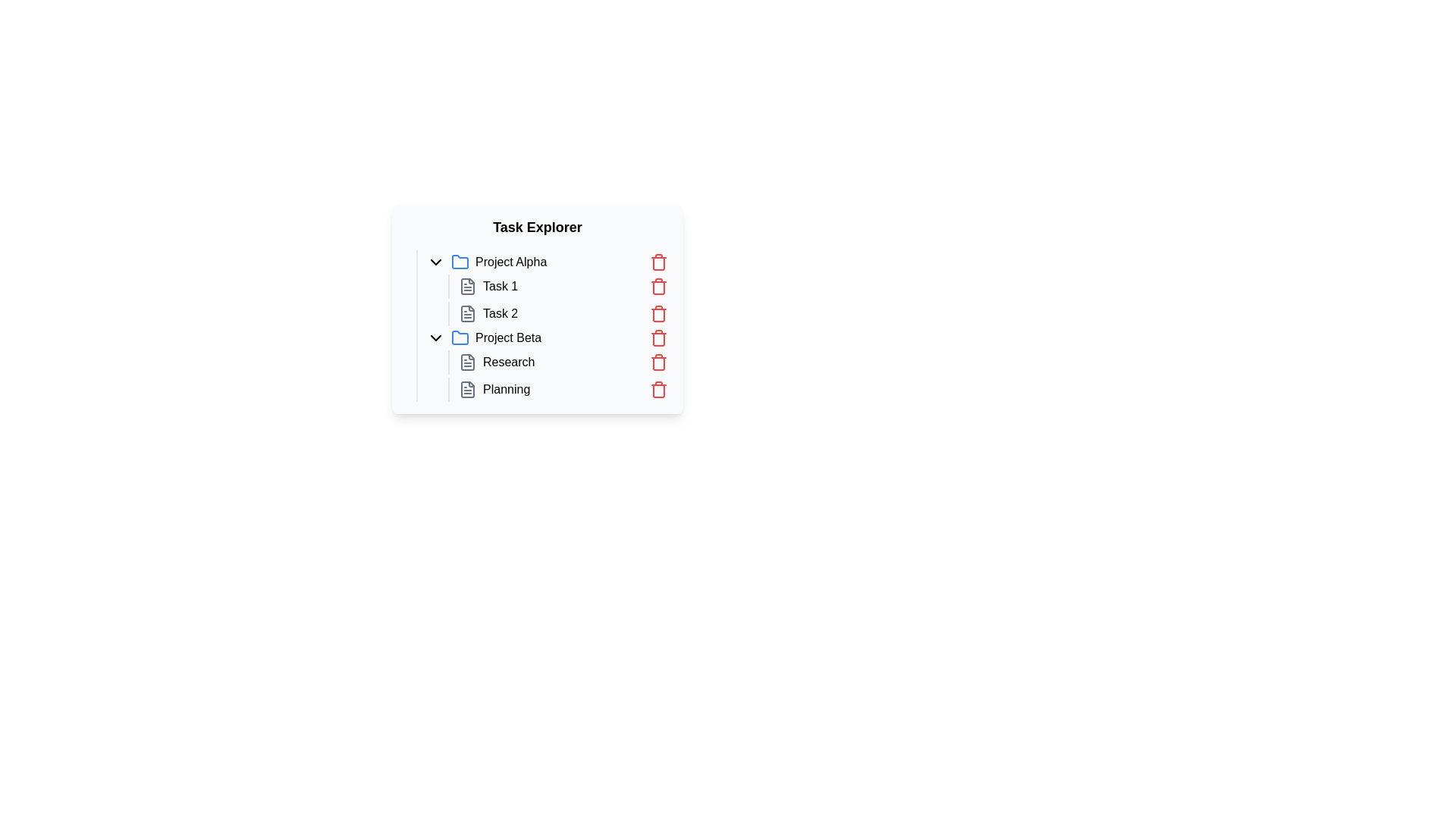  Describe the element at coordinates (543, 363) in the screenshot. I see `the 'Research' sub-task` at that location.